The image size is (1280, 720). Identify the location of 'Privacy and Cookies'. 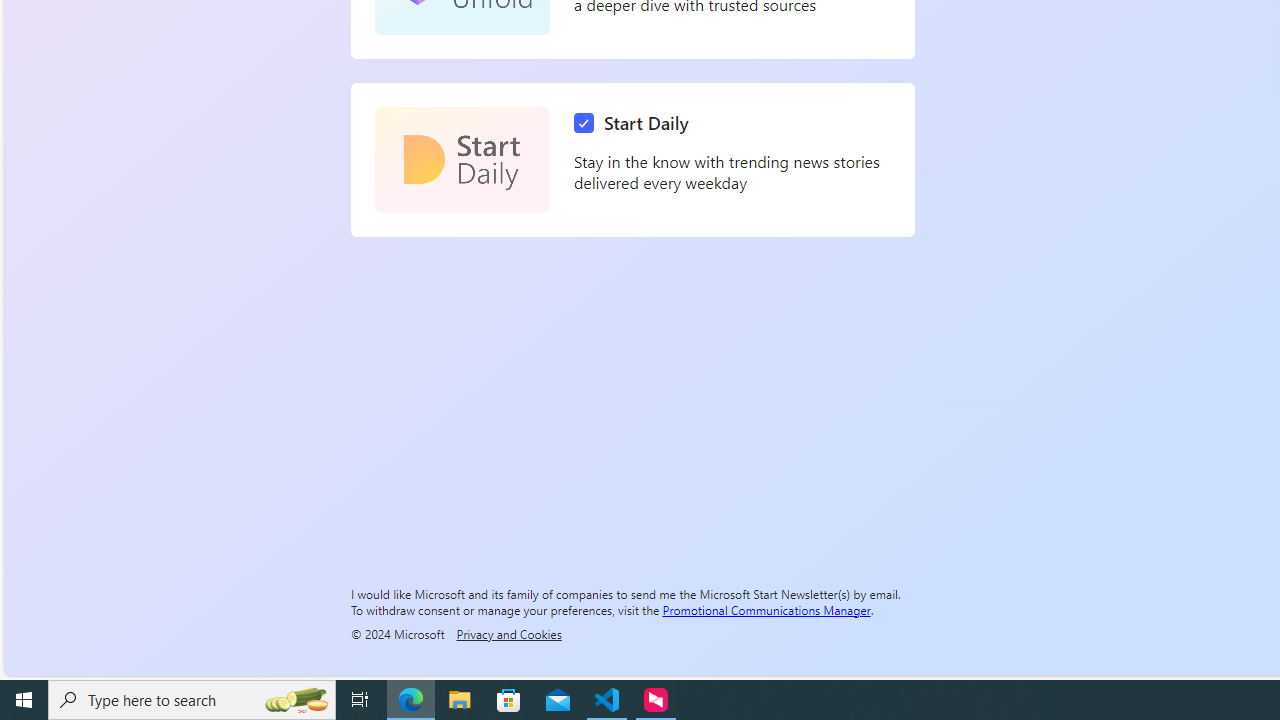
(508, 633).